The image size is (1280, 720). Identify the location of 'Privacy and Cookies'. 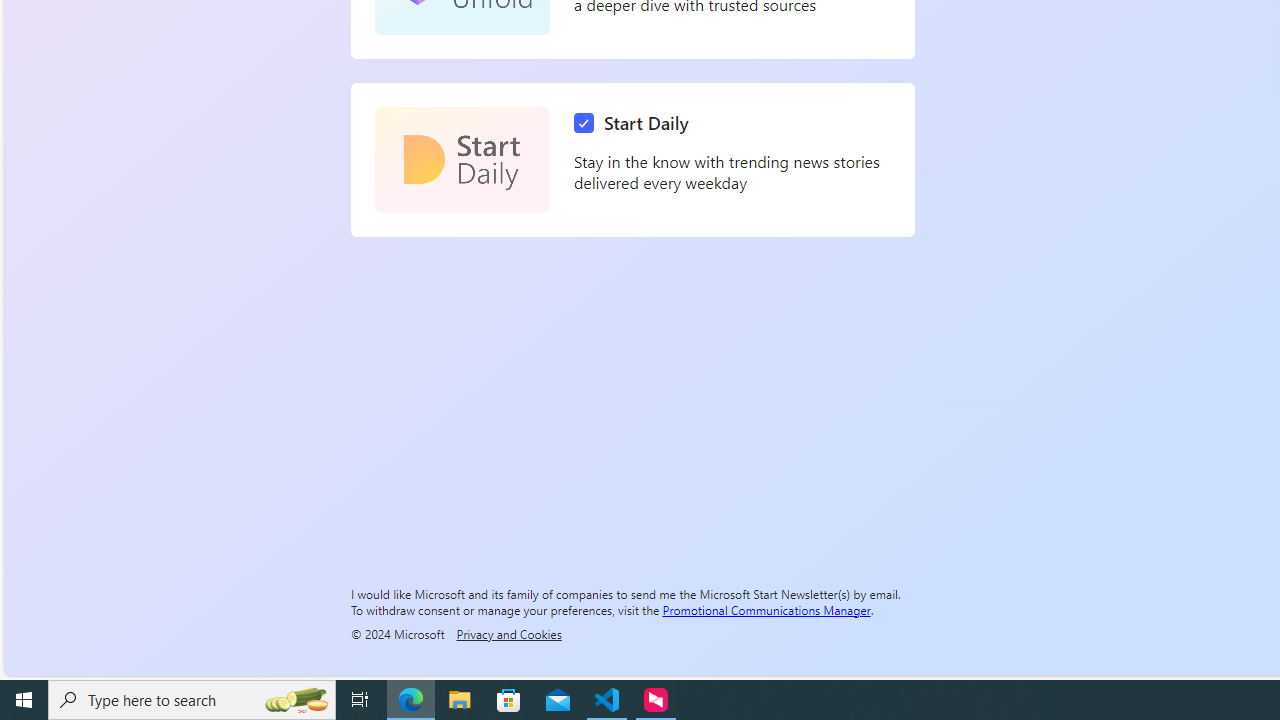
(508, 633).